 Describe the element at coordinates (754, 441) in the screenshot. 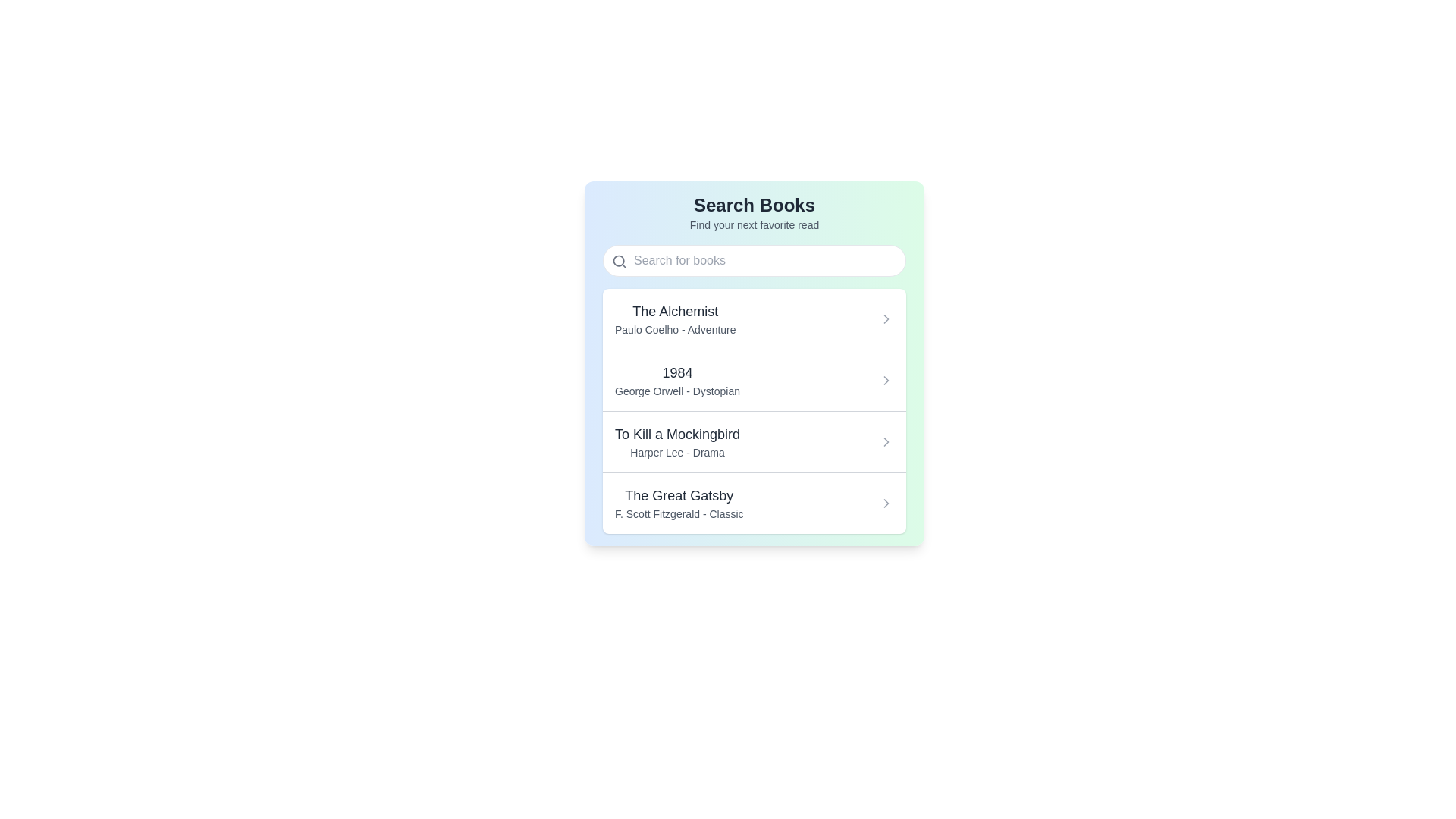

I see `the selectable book item in the list that represents 'To Kill a Mockingbird', which is the third item in the list located between '1984' and 'The Great Gatsby'` at that location.